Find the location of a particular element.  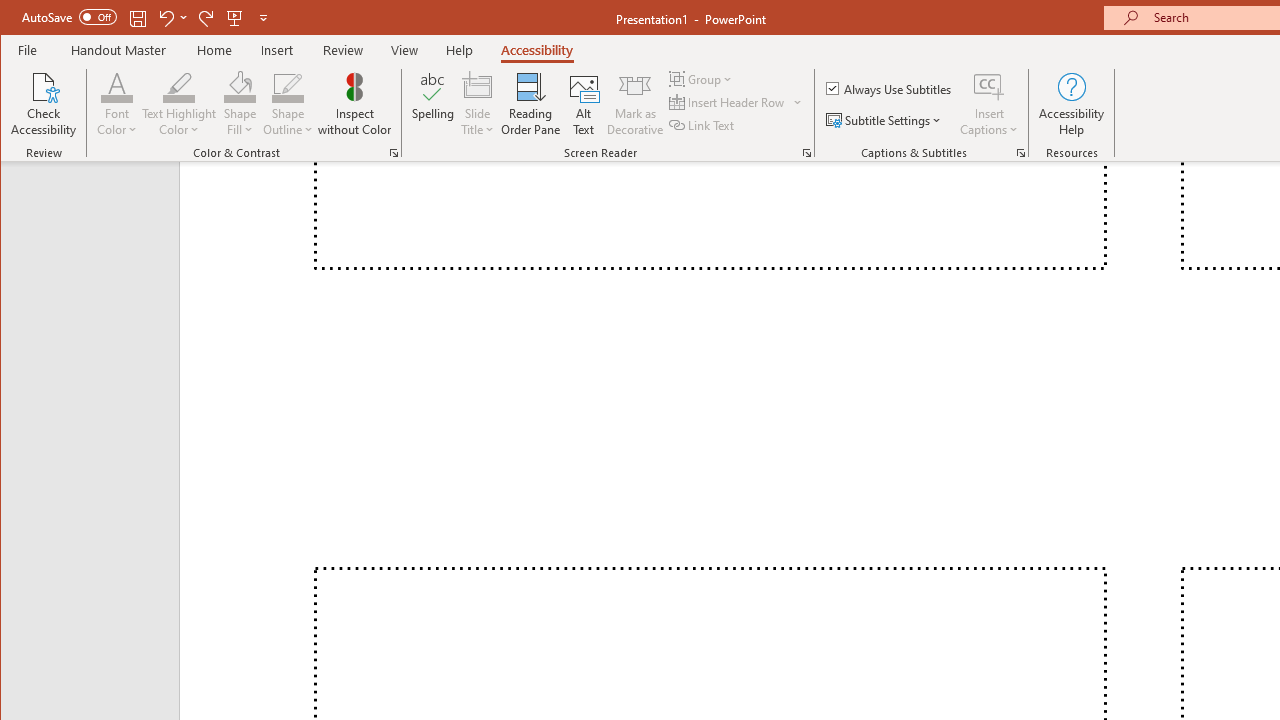

'Help' is located at coordinates (458, 49).